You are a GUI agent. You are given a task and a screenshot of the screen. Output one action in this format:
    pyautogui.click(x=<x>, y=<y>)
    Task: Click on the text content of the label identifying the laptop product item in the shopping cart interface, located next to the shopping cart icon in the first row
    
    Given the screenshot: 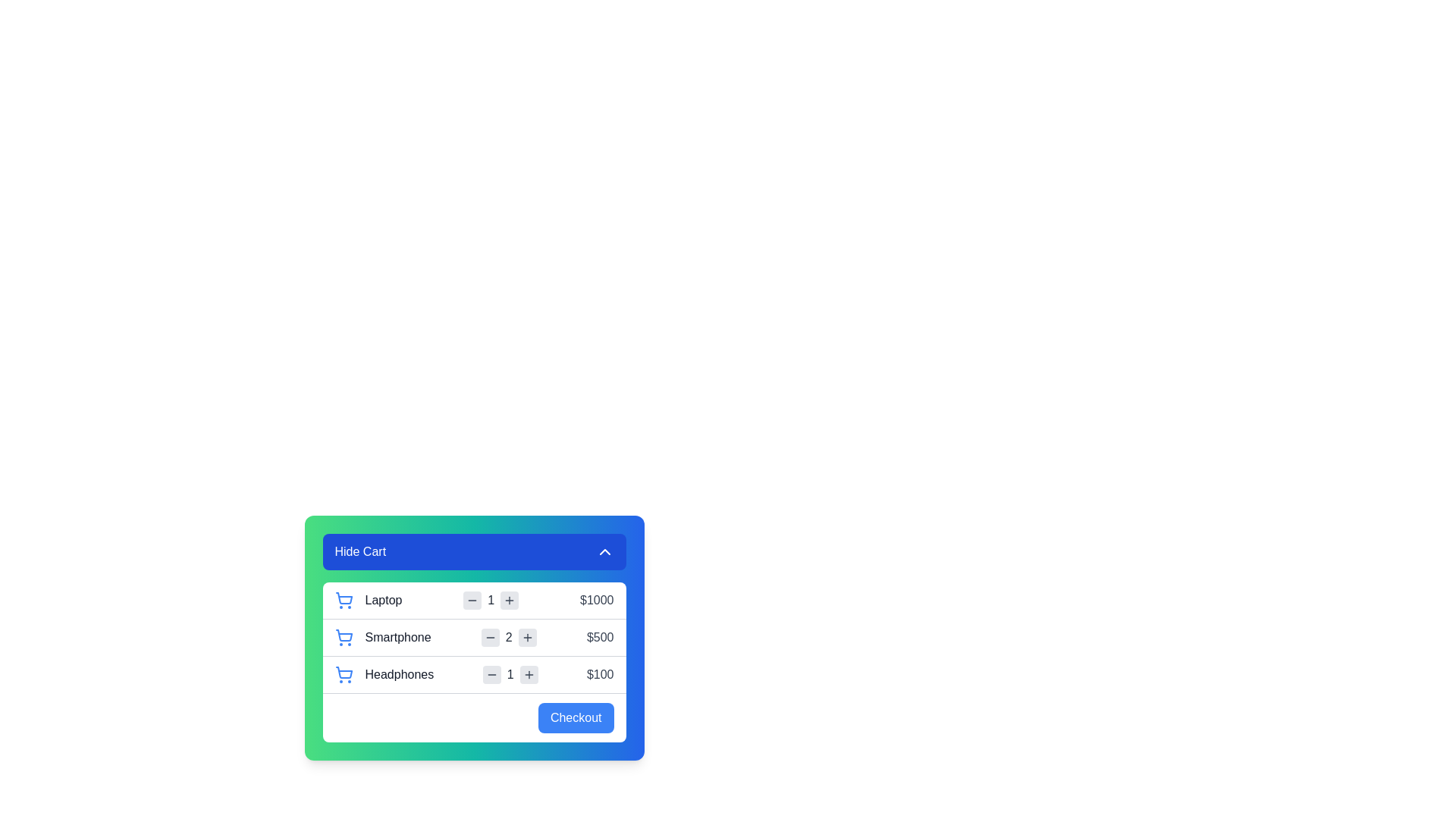 What is the action you would take?
    pyautogui.click(x=383, y=599)
    